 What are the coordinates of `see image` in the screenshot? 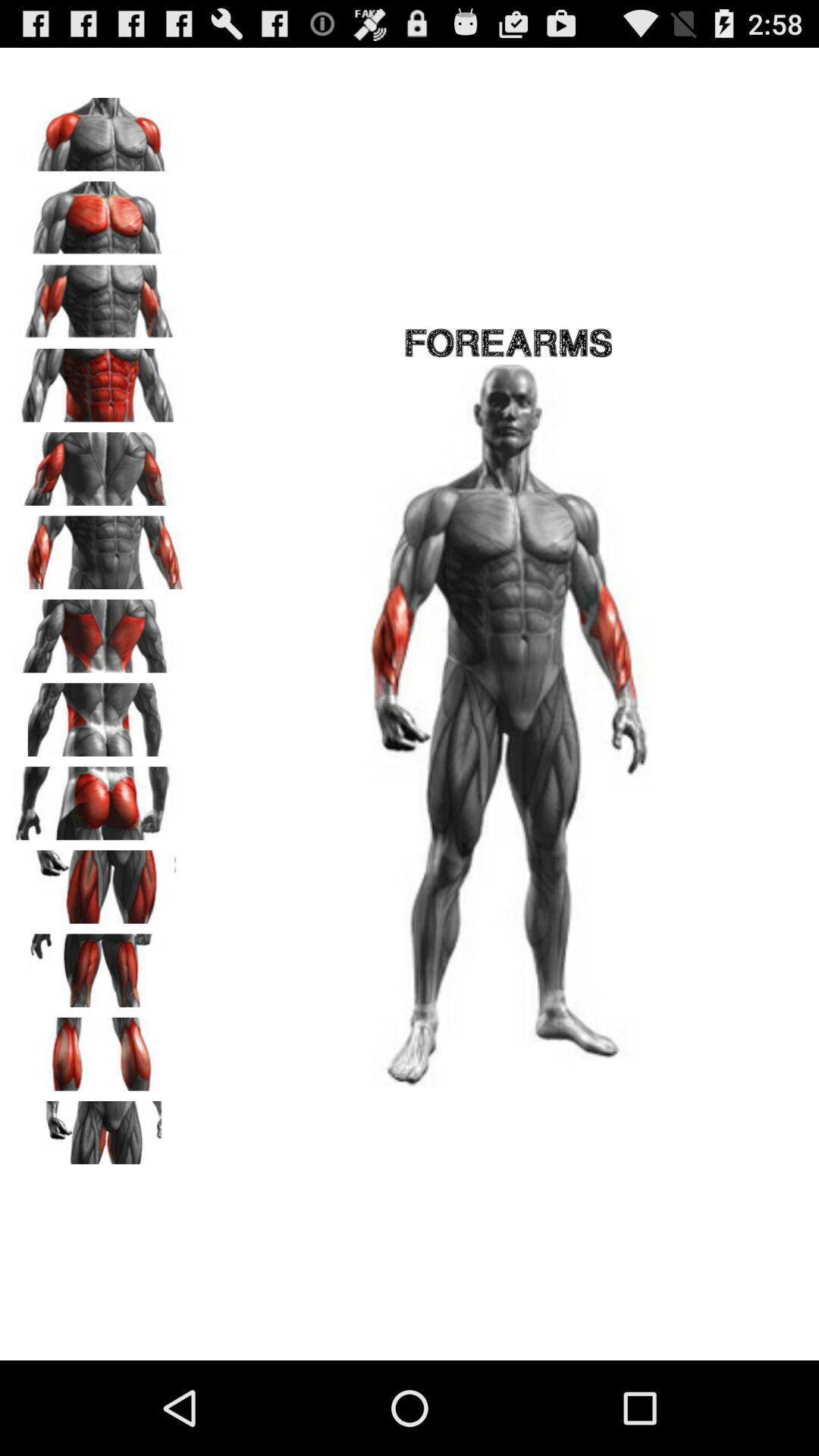 It's located at (99, 631).